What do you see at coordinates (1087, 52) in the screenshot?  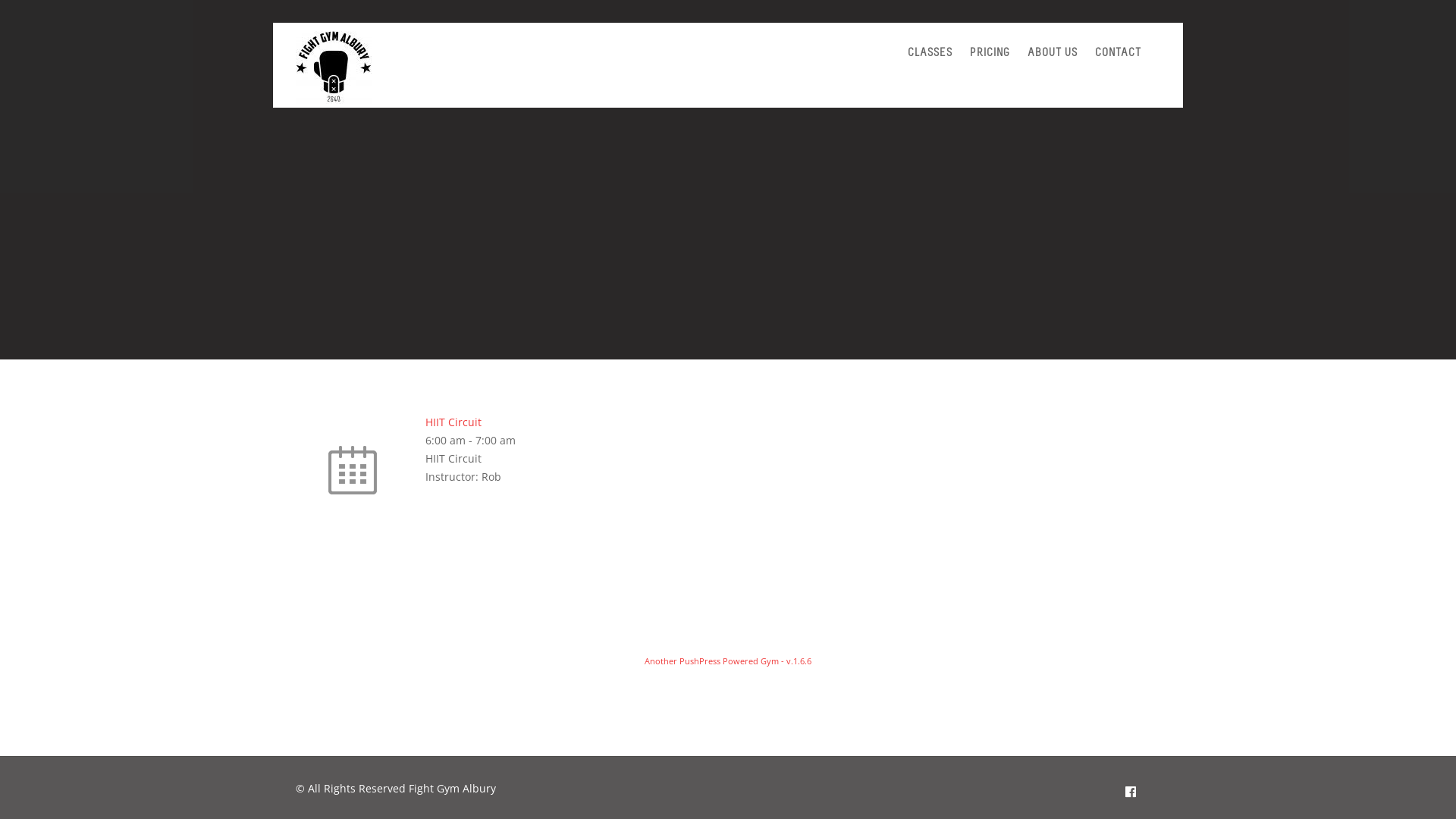 I see `'CONTACT'` at bounding box center [1087, 52].